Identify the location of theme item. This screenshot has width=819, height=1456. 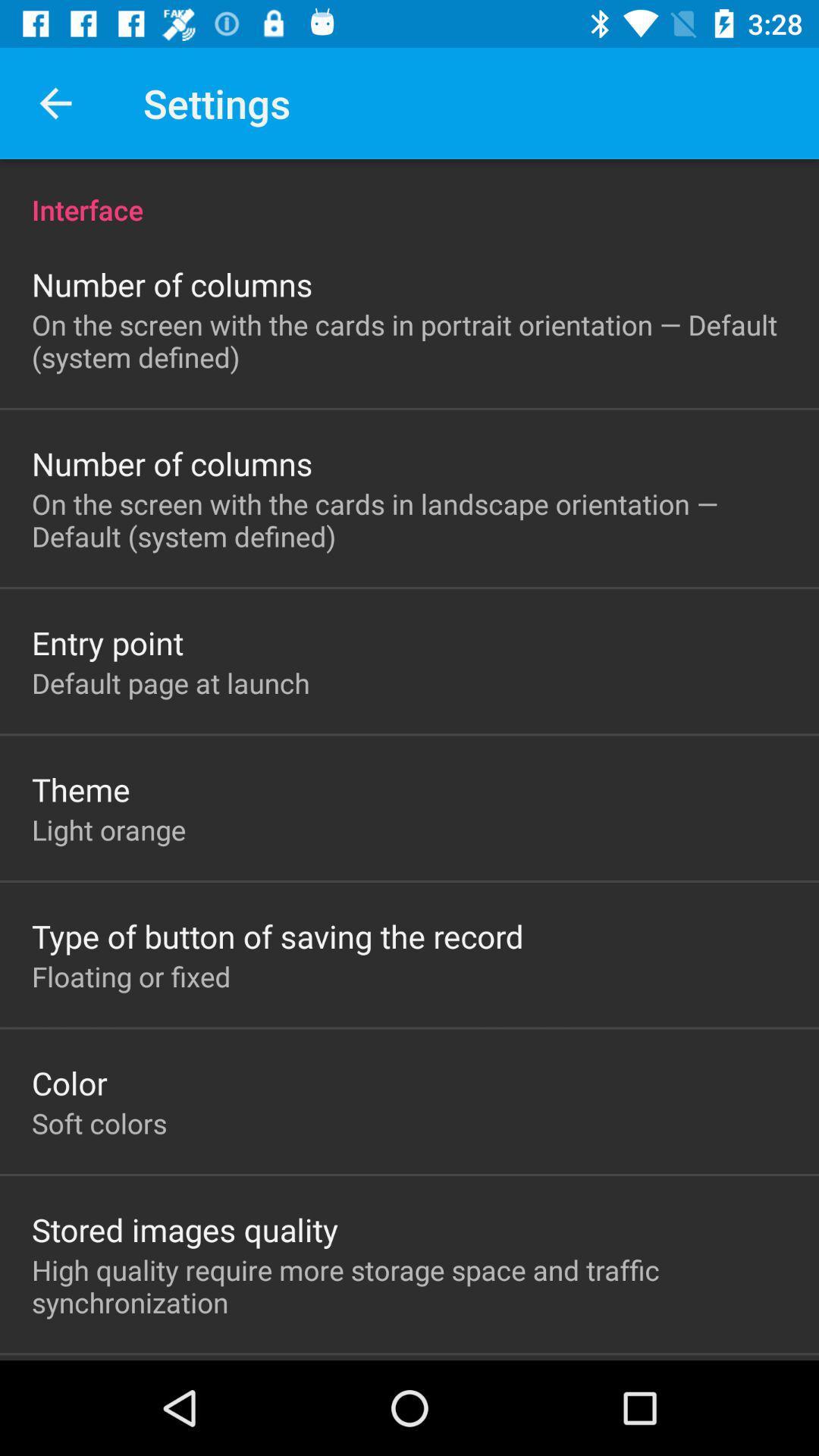
(80, 789).